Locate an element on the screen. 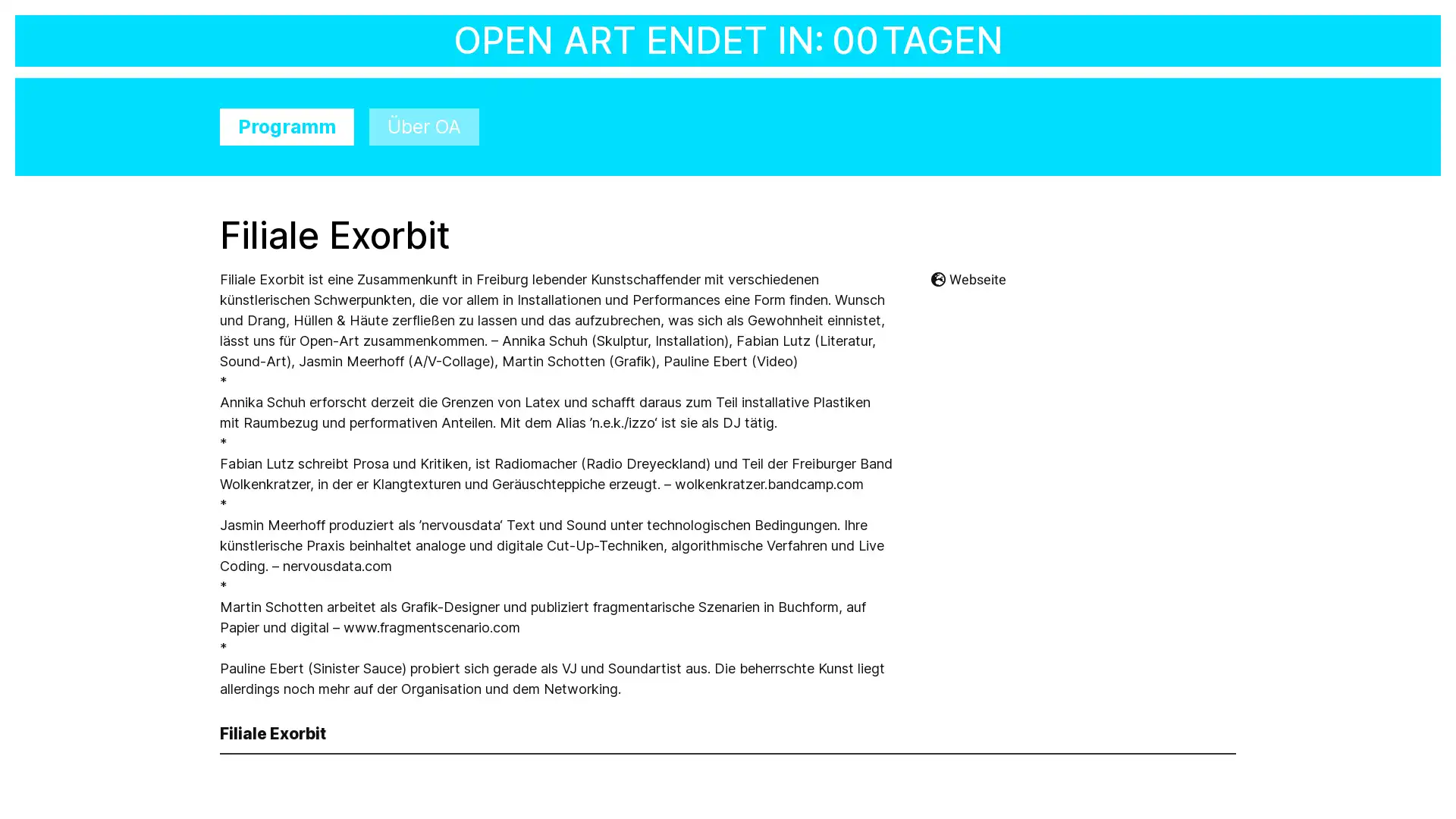  Uber OA is located at coordinates (424, 126).